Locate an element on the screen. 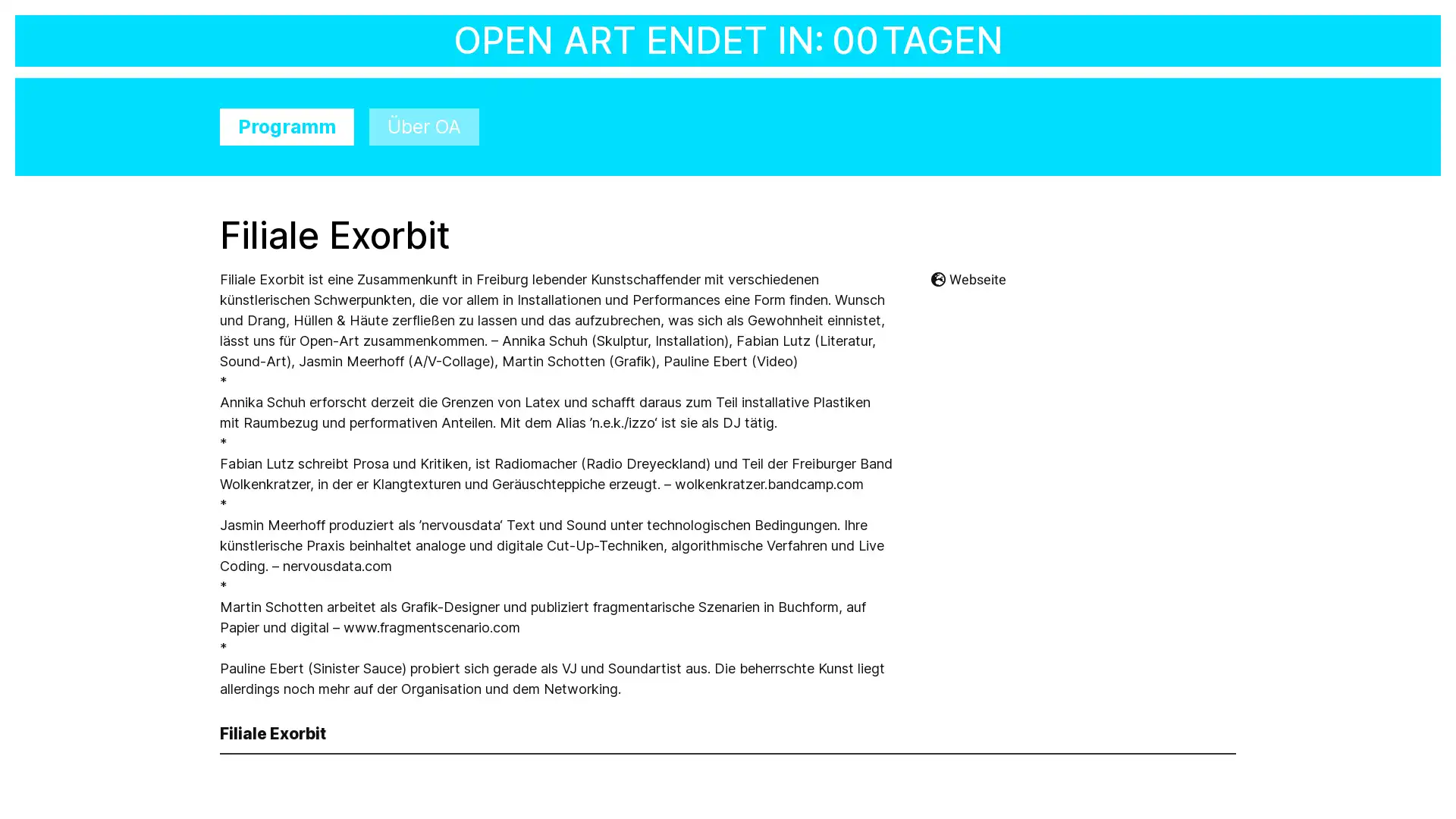  Uber OA is located at coordinates (424, 126).